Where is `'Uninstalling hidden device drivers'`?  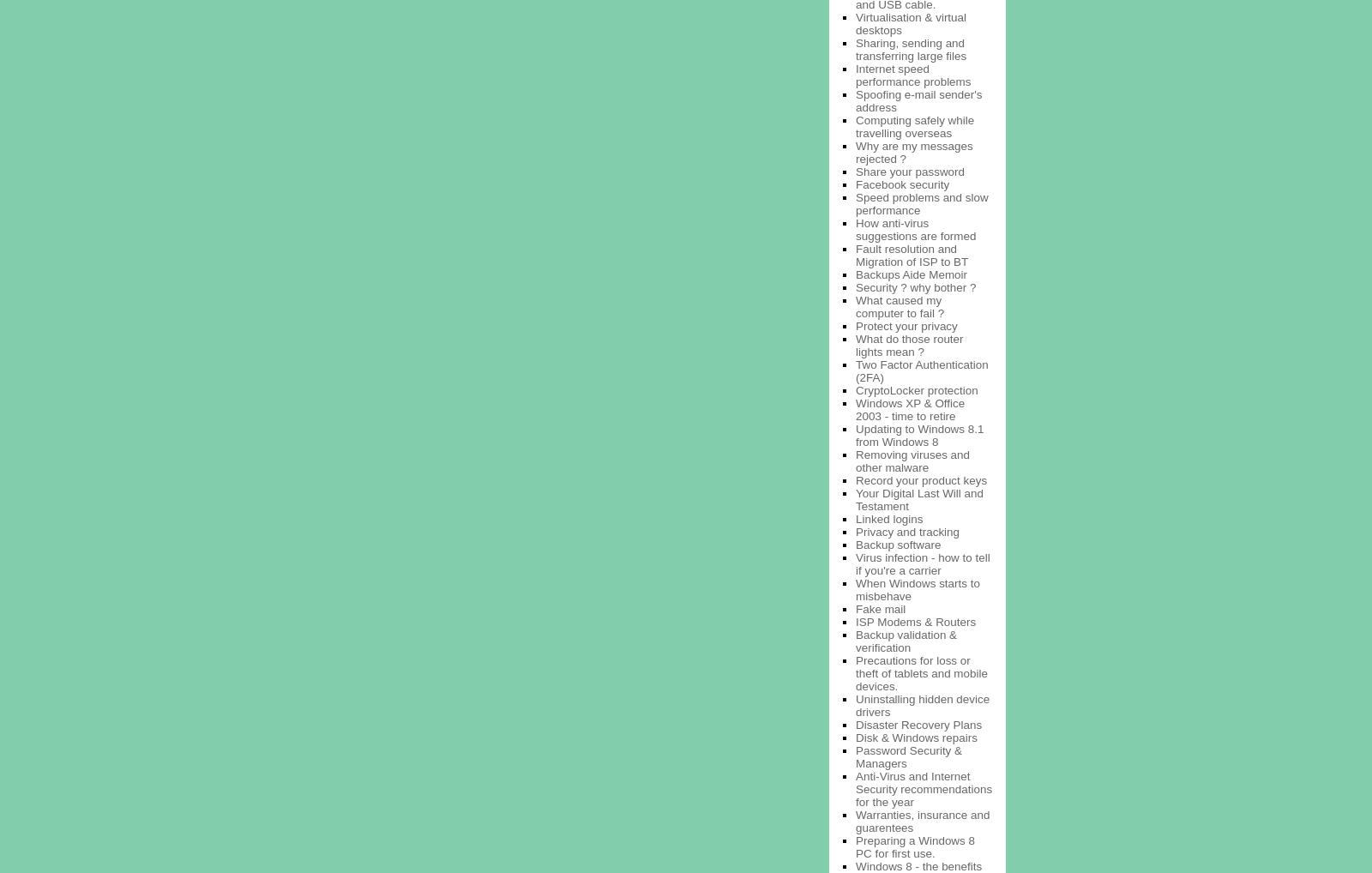
'Uninstalling hidden device drivers' is located at coordinates (923, 704).